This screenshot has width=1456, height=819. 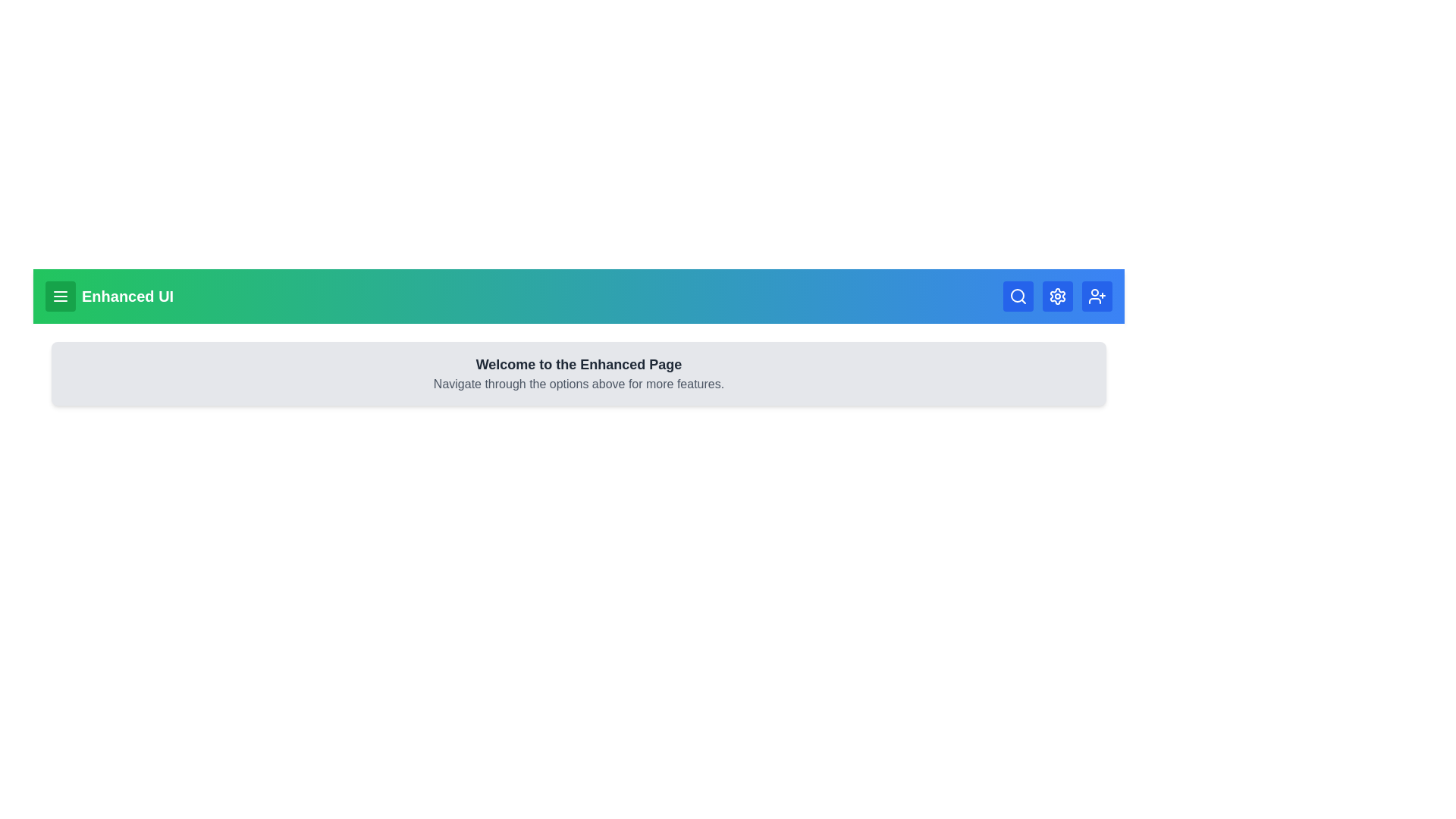 I want to click on the menu button located at the top-left corner of the app bar, so click(x=61, y=296).